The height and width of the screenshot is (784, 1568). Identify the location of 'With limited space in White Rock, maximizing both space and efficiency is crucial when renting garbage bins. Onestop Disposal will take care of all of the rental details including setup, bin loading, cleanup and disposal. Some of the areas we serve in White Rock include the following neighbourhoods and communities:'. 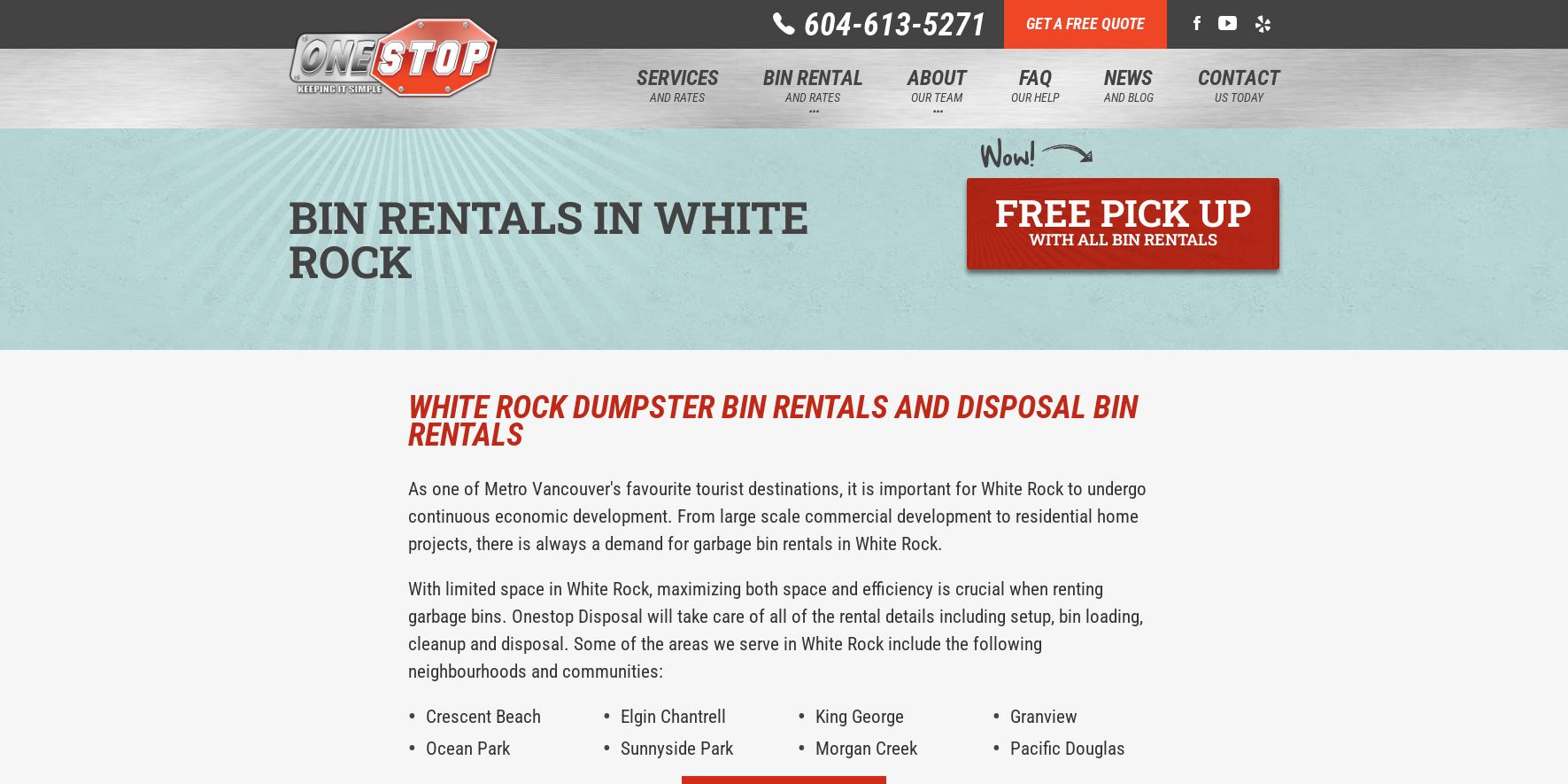
(406, 629).